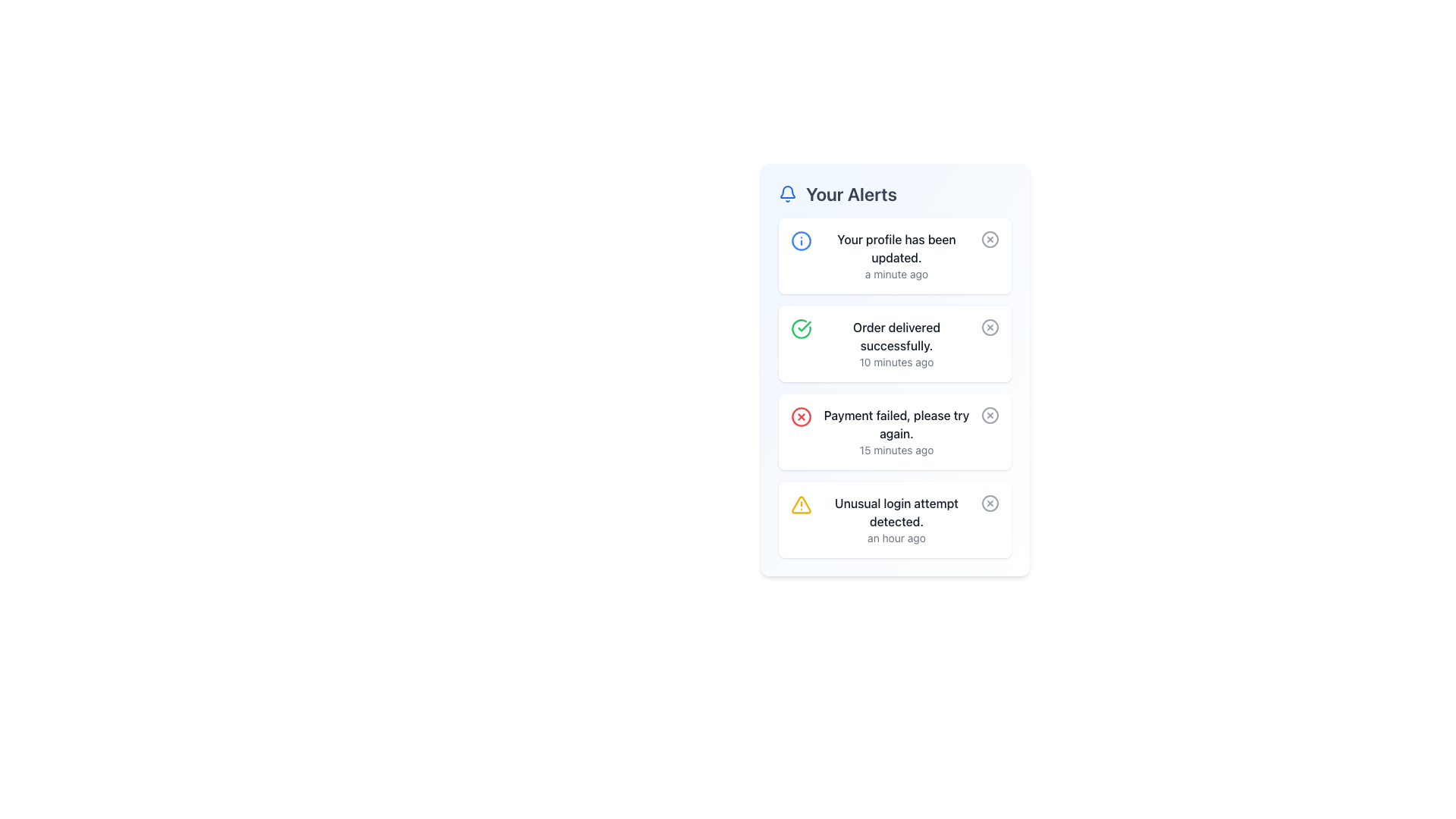 This screenshot has height=819, width=1456. I want to click on text label that serves as a heading for the notification section, located at the top left corner of the vertical card-like section, so click(852, 193).